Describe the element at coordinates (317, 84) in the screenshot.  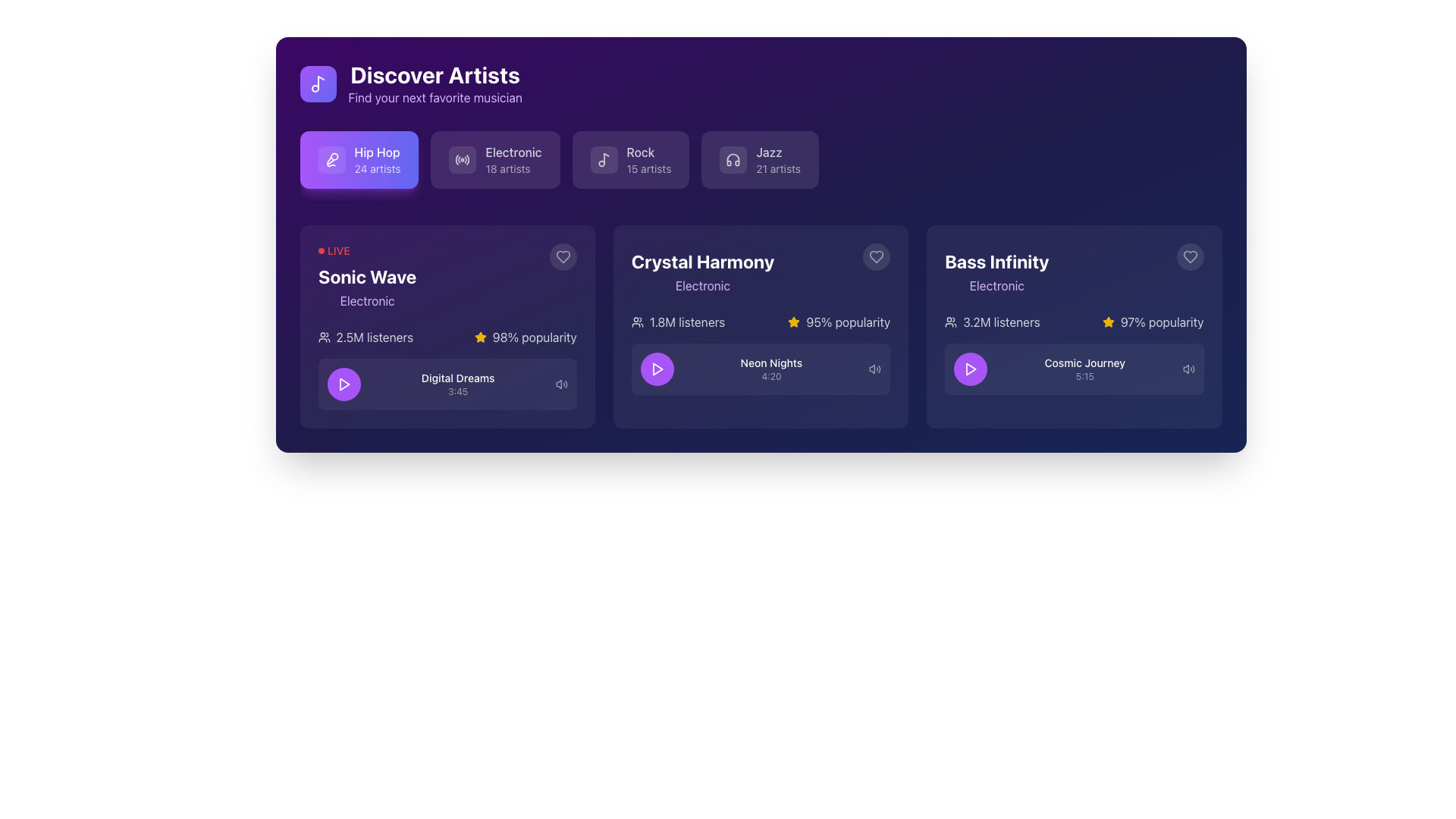
I see `the musical note icon, which is a small white icon with a circular note head and an upward stem, set against a purple gradient square background, located in the top-left area of the interface` at that location.